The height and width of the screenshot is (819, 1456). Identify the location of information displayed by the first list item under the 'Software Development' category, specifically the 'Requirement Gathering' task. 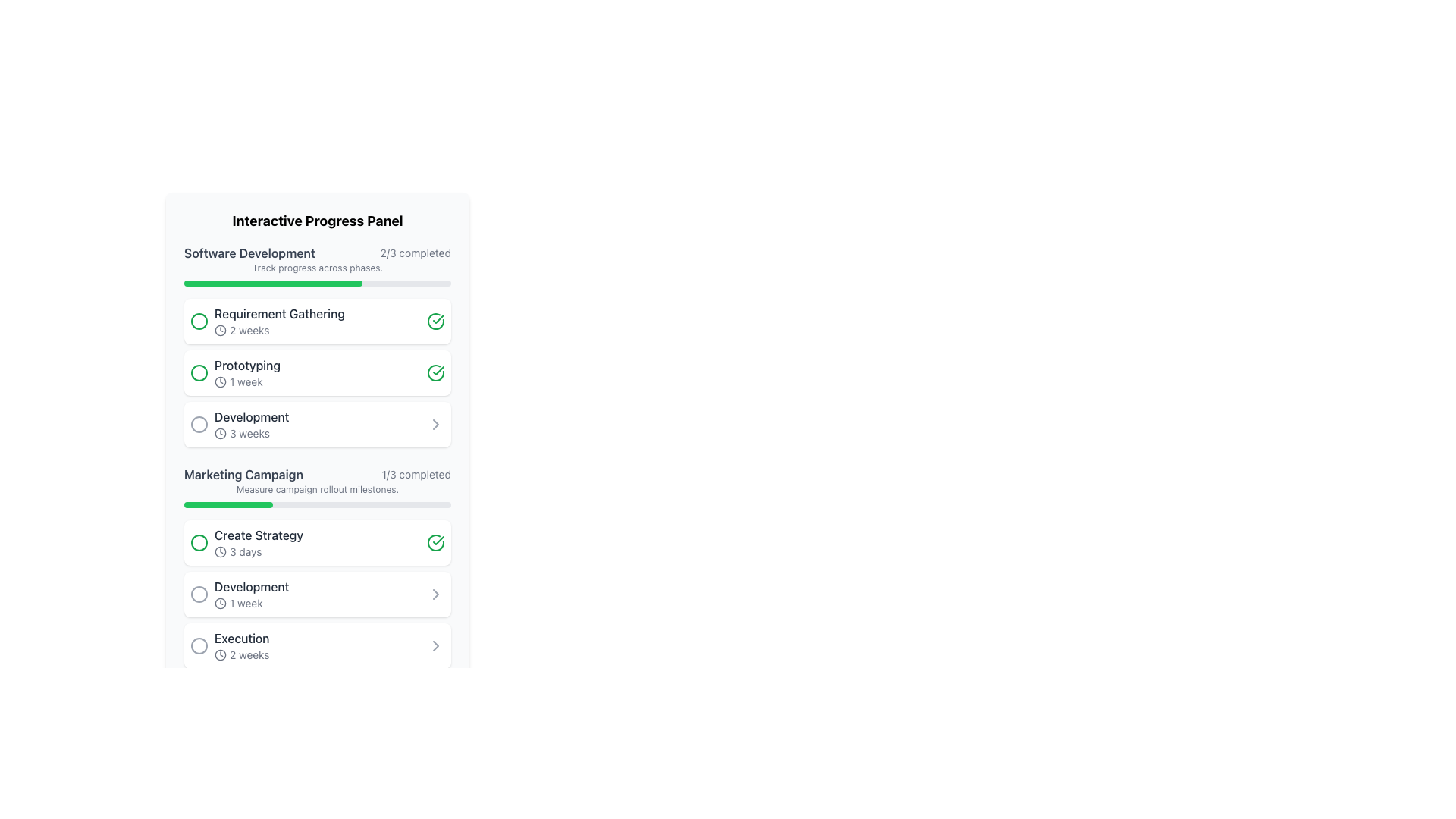
(267, 321).